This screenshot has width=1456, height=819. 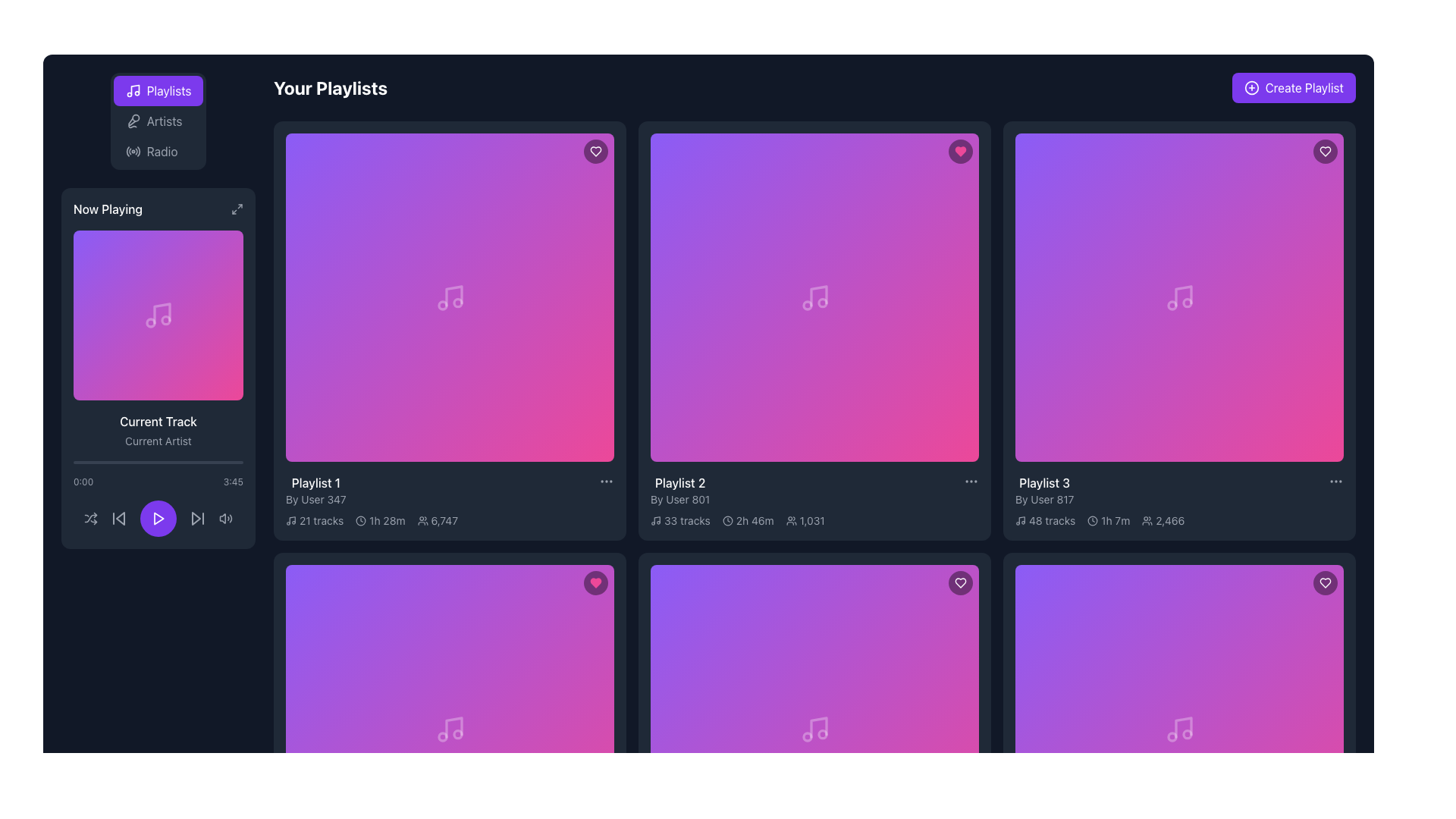 What do you see at coordinates (196, 517) in the screenshot?
I see `the triangular-shaped skip-forward button in the 'Now Playing' section to skip to the next track` at bounding box center [196, 517].